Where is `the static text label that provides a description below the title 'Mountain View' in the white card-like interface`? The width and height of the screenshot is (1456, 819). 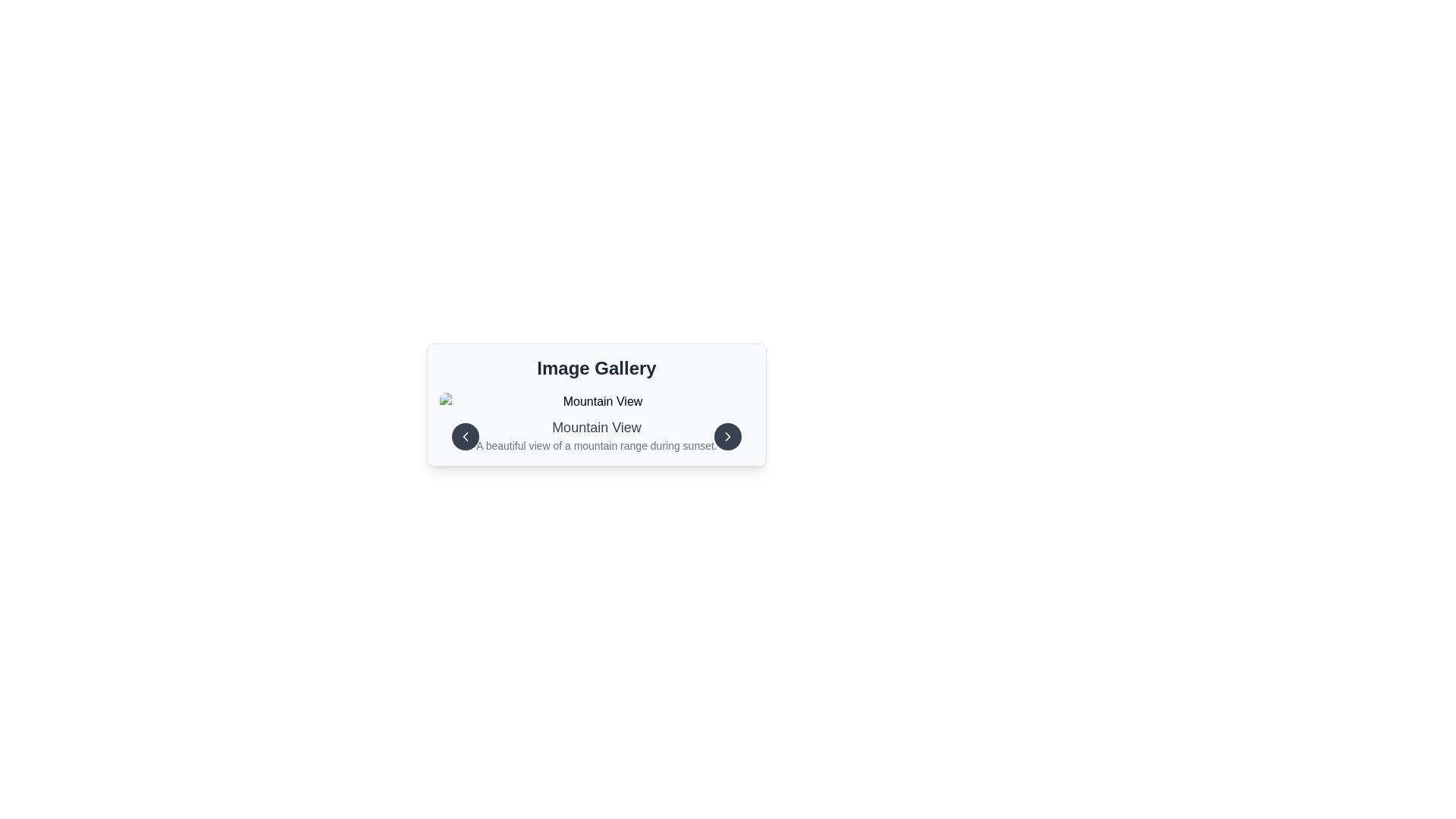
the static text label that provides a description below the title 'Mountain View' in the white card-like interface is located at coordinates (596, 444).